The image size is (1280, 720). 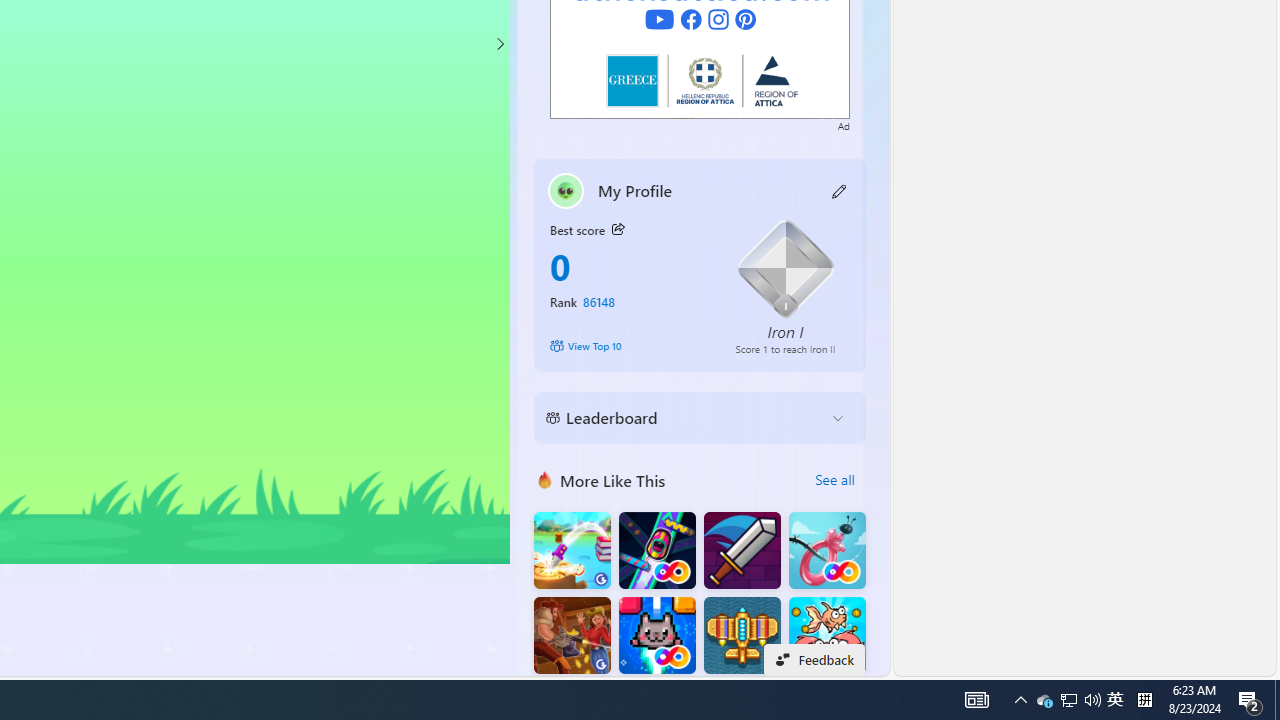 What do you see at coordinates (741, 550) in the screenshot?
I see `'Dungeon Master Knight'` at bounding box center [741, 550].